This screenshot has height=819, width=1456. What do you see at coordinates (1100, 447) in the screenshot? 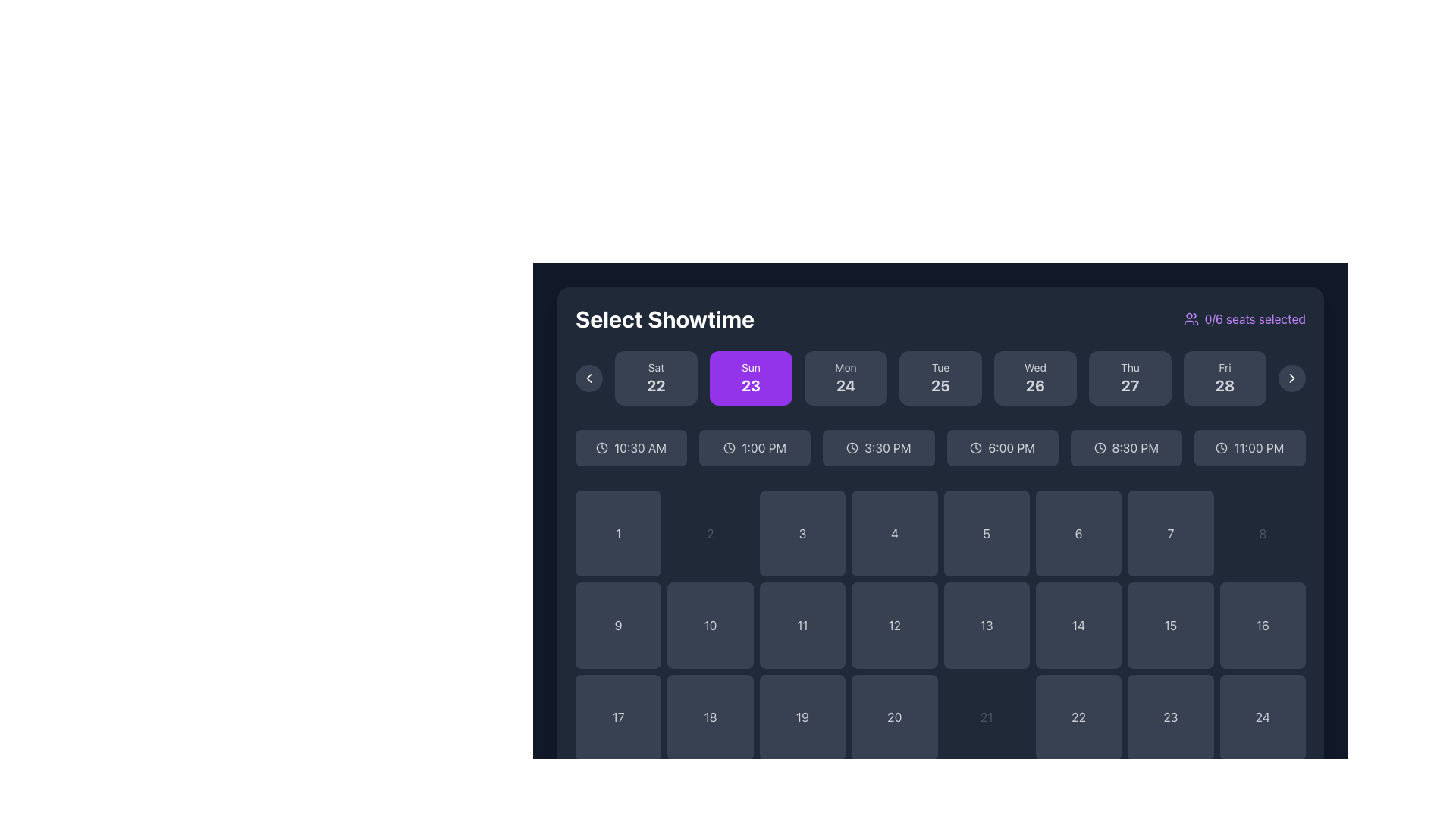
I see `the filled circular SVG element representing the time slot '8:30 PM' on Thursday, 27th, located on the right-hand side of the interface` at bounding box center [1100, 447].